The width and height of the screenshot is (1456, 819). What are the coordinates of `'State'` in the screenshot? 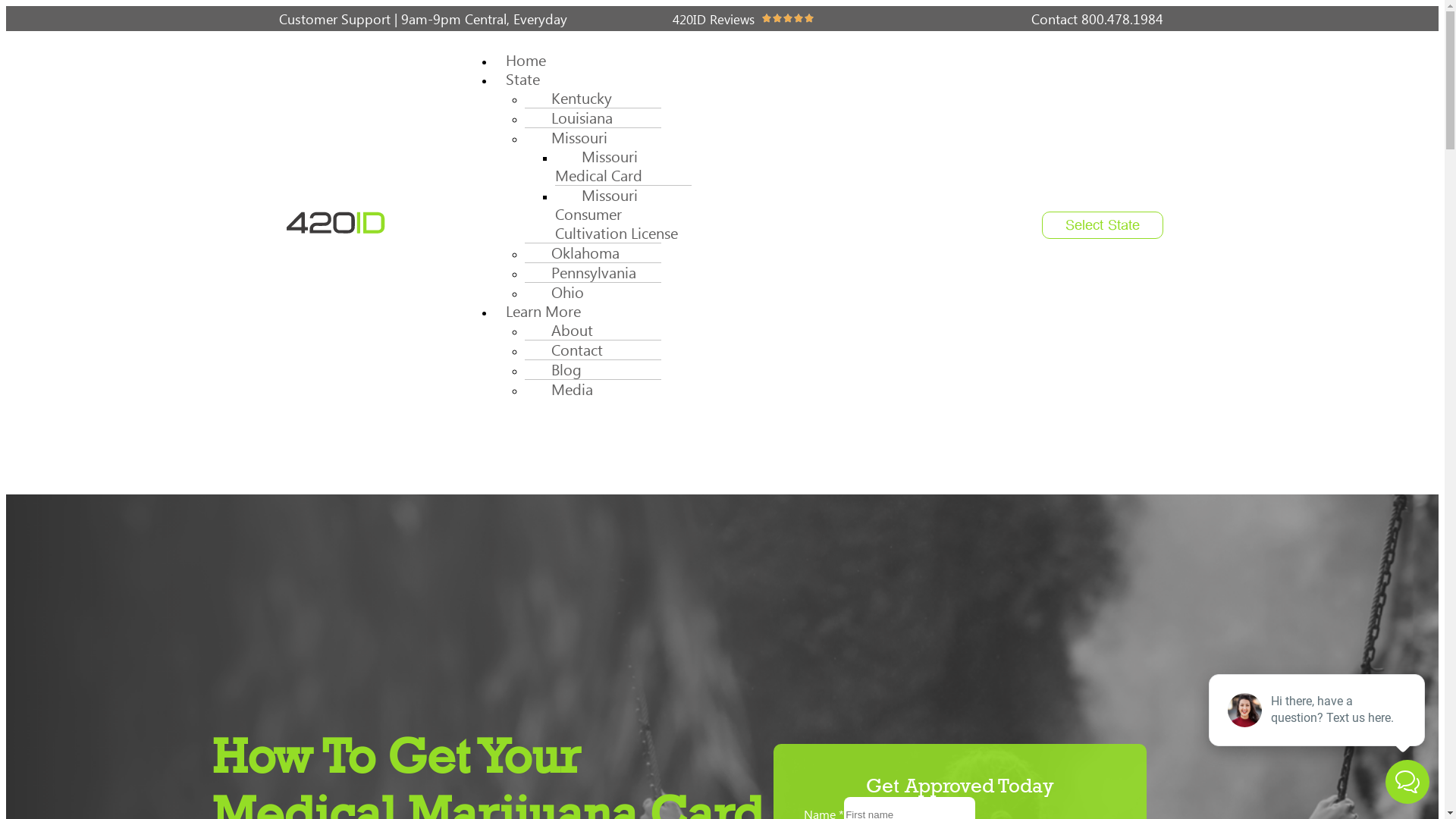 It's located at (522, 79).